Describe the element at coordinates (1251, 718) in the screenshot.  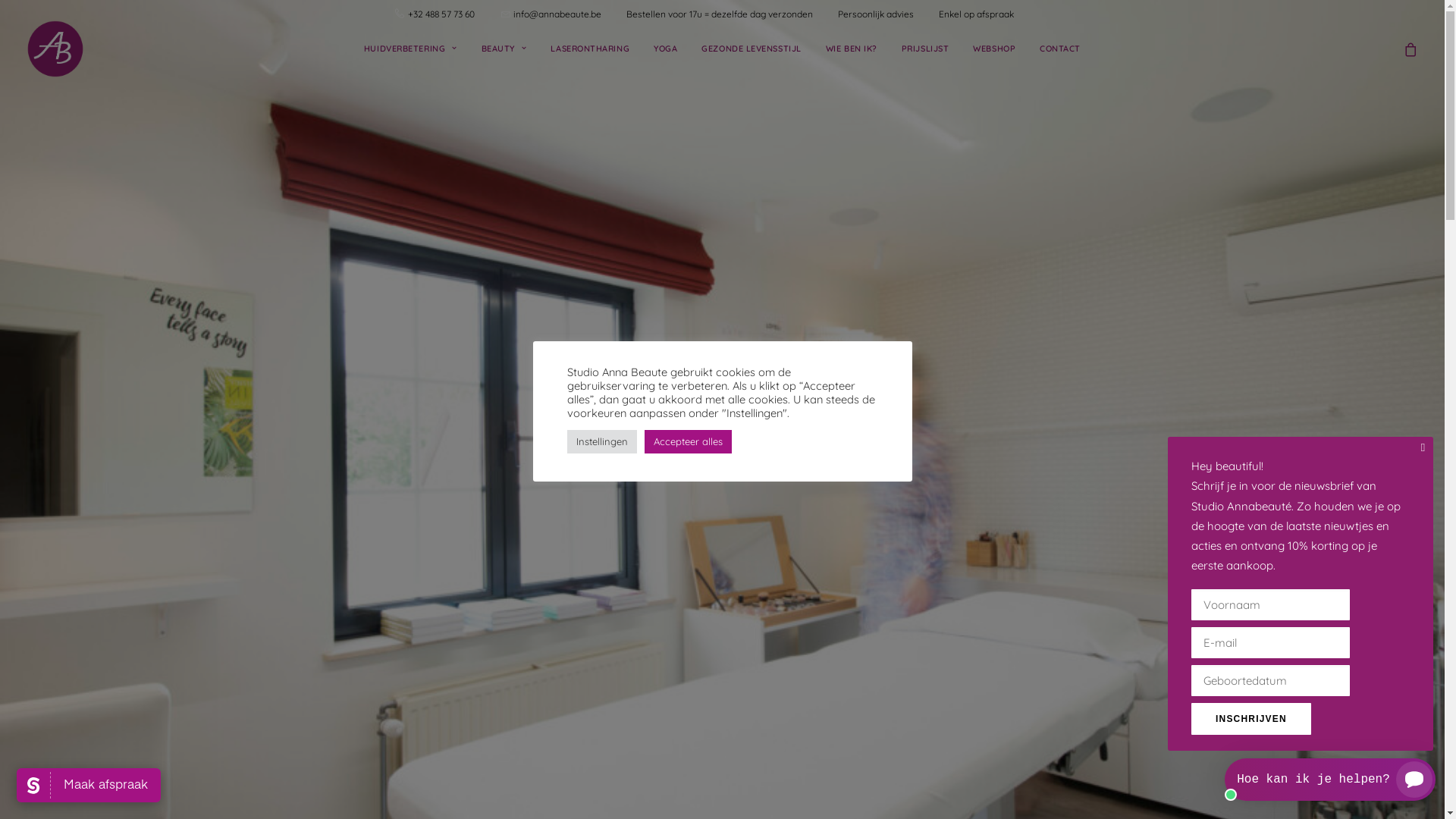
I see `'Inschrijven'` at that location.